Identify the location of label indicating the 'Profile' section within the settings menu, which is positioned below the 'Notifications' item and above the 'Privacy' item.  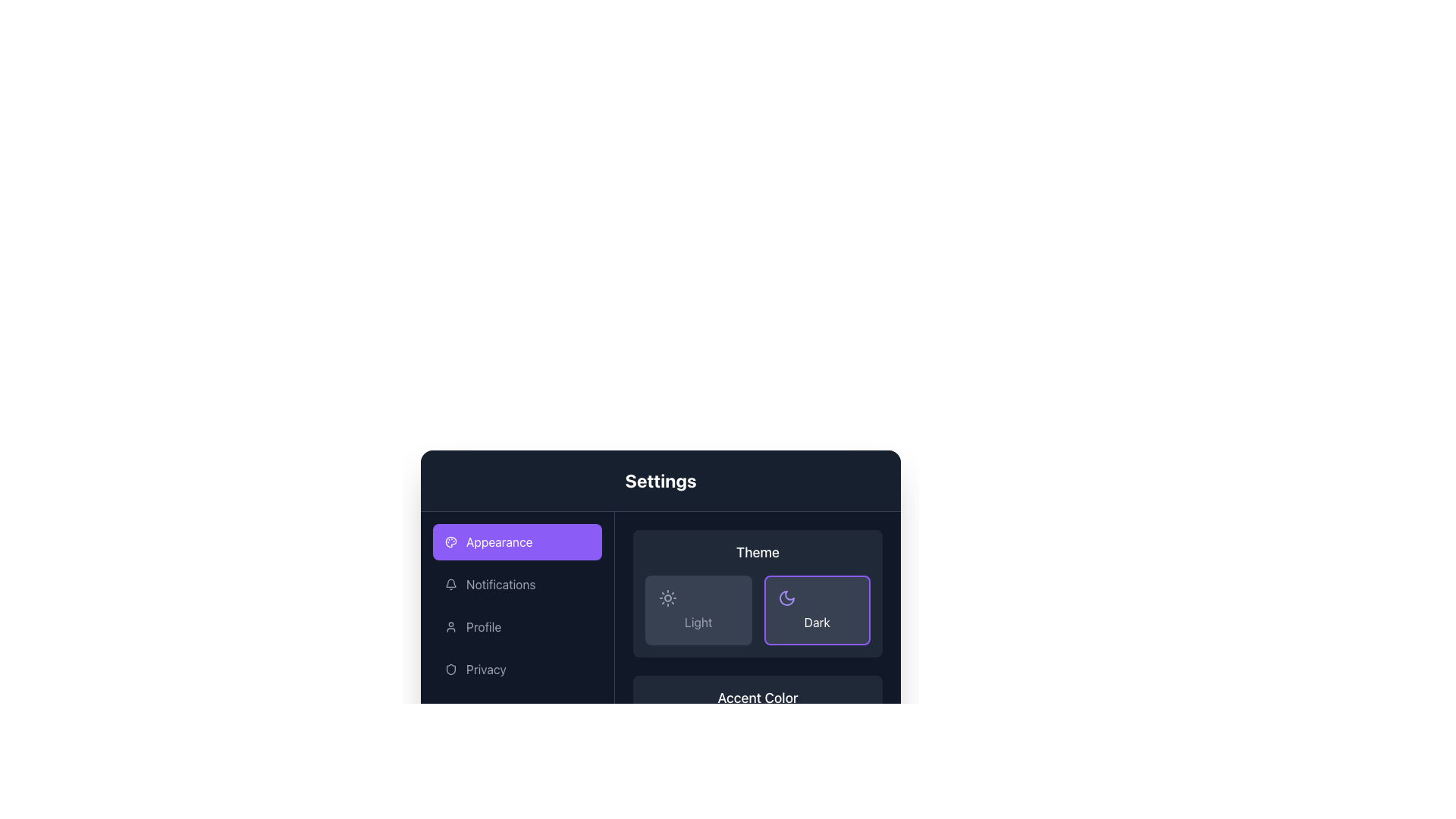
(483, 626).